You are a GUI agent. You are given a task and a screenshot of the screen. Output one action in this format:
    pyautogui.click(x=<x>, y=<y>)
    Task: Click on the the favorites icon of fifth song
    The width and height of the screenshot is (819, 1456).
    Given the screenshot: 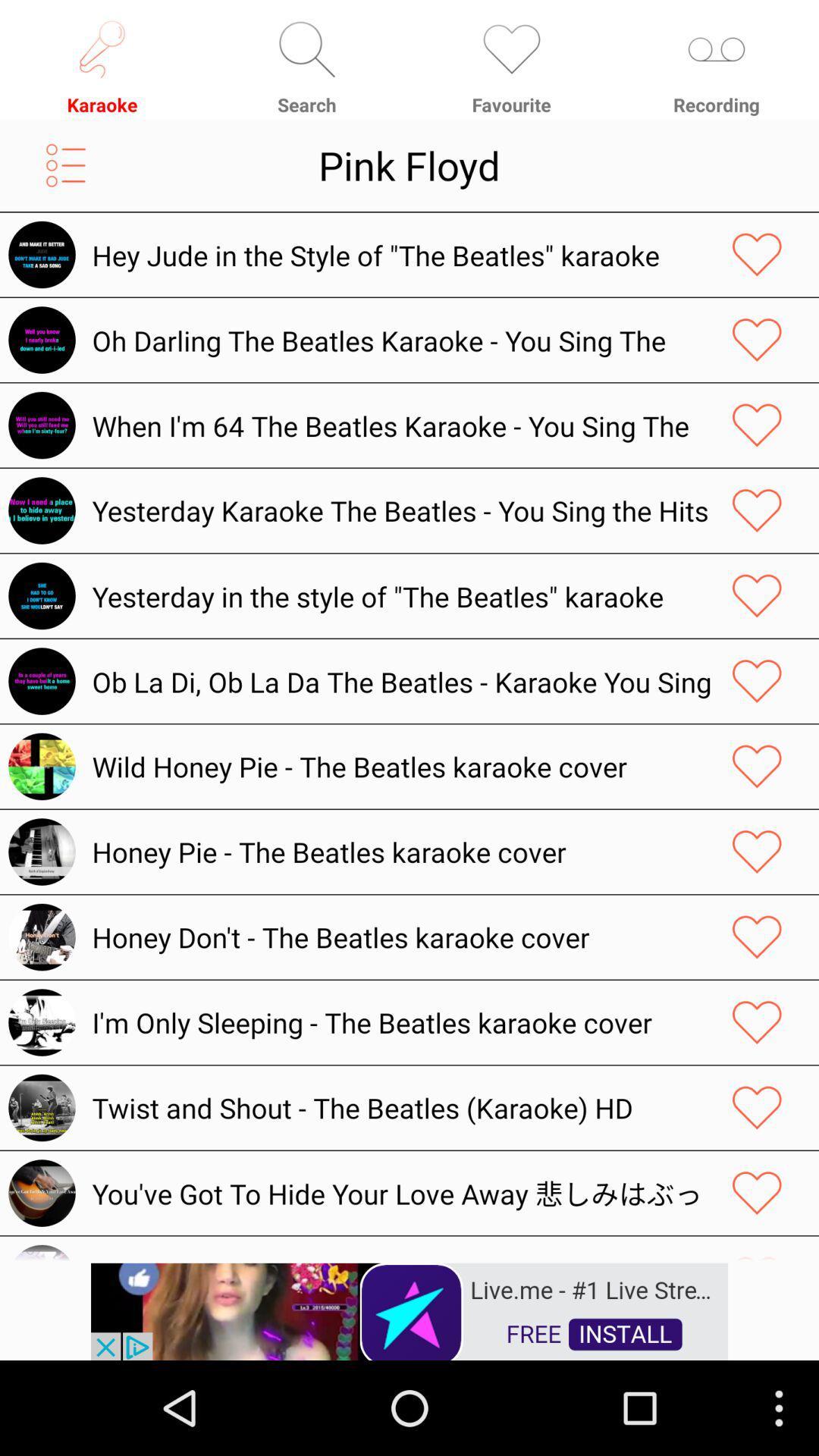 What is the action you would take?
    pyautogui.click(x=757, y=595)
    